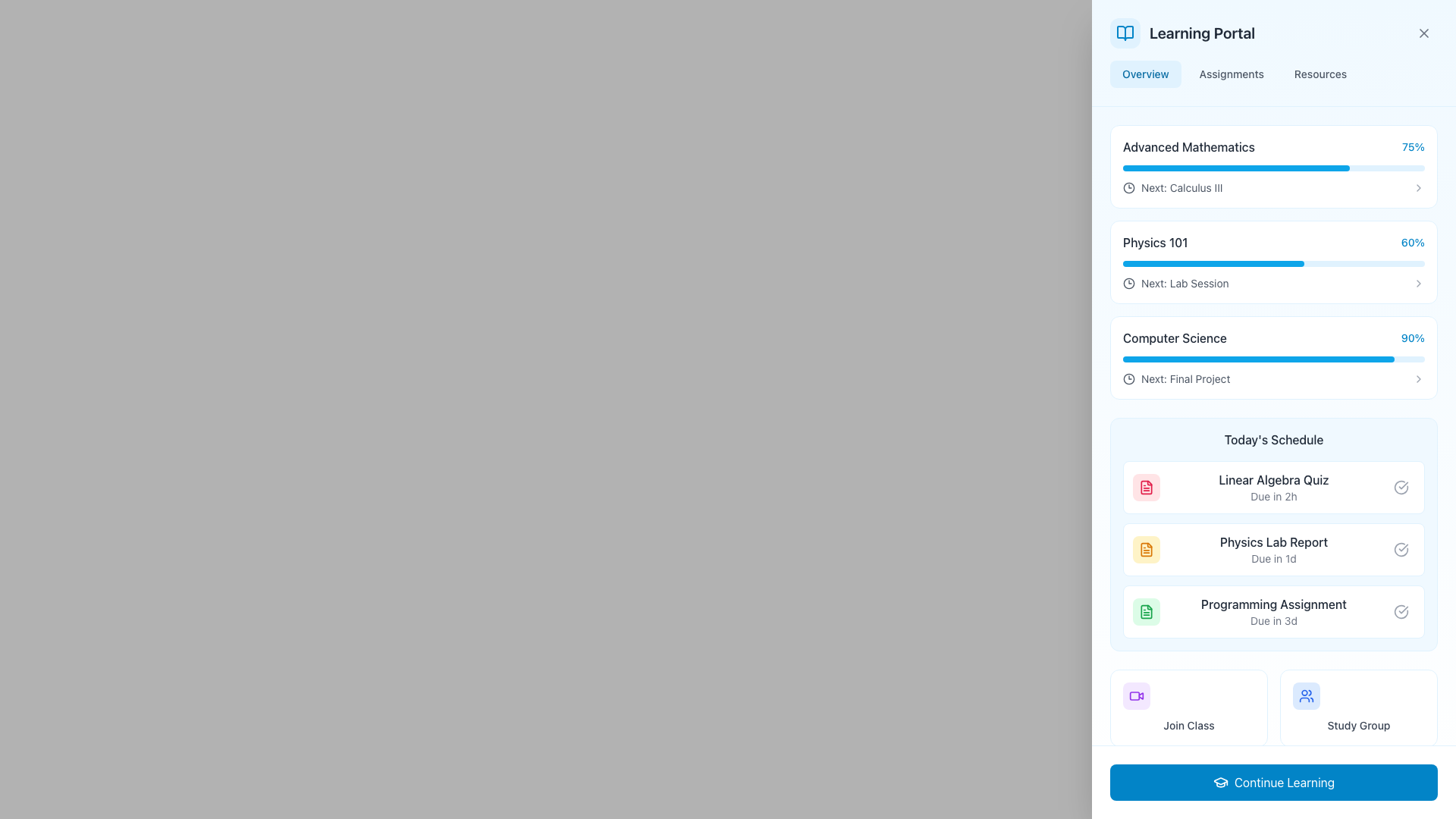 The width and height of the screenshot is (1456, 819). I want to click on the list item titled 'Programming Assignment' with the subtitle 'Due in 3d', which is the third item in 'Today's Schedule' and visually distinct with a green left indicator, so click(1274, 610).